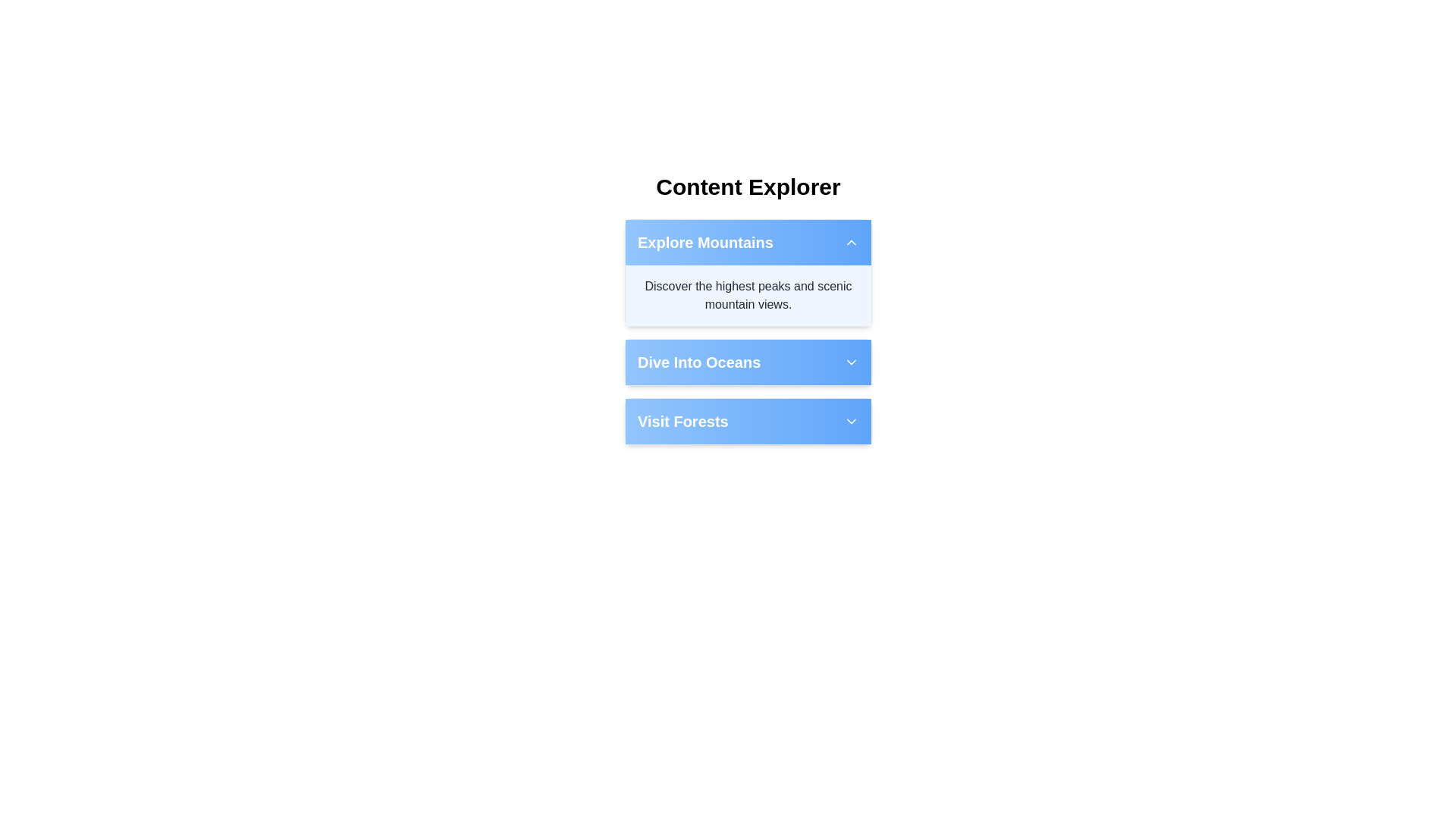 The height and width of the screenshot is (819, 1456). Describe the element at coordinates (852, 242) in the screenshot. I see `the chevron-shaped upward arrow icon with white stroke lines on a blue gradient background, located on the right side of the 'Explore Mountains' button in the 'Content Explorer' section` at that location.